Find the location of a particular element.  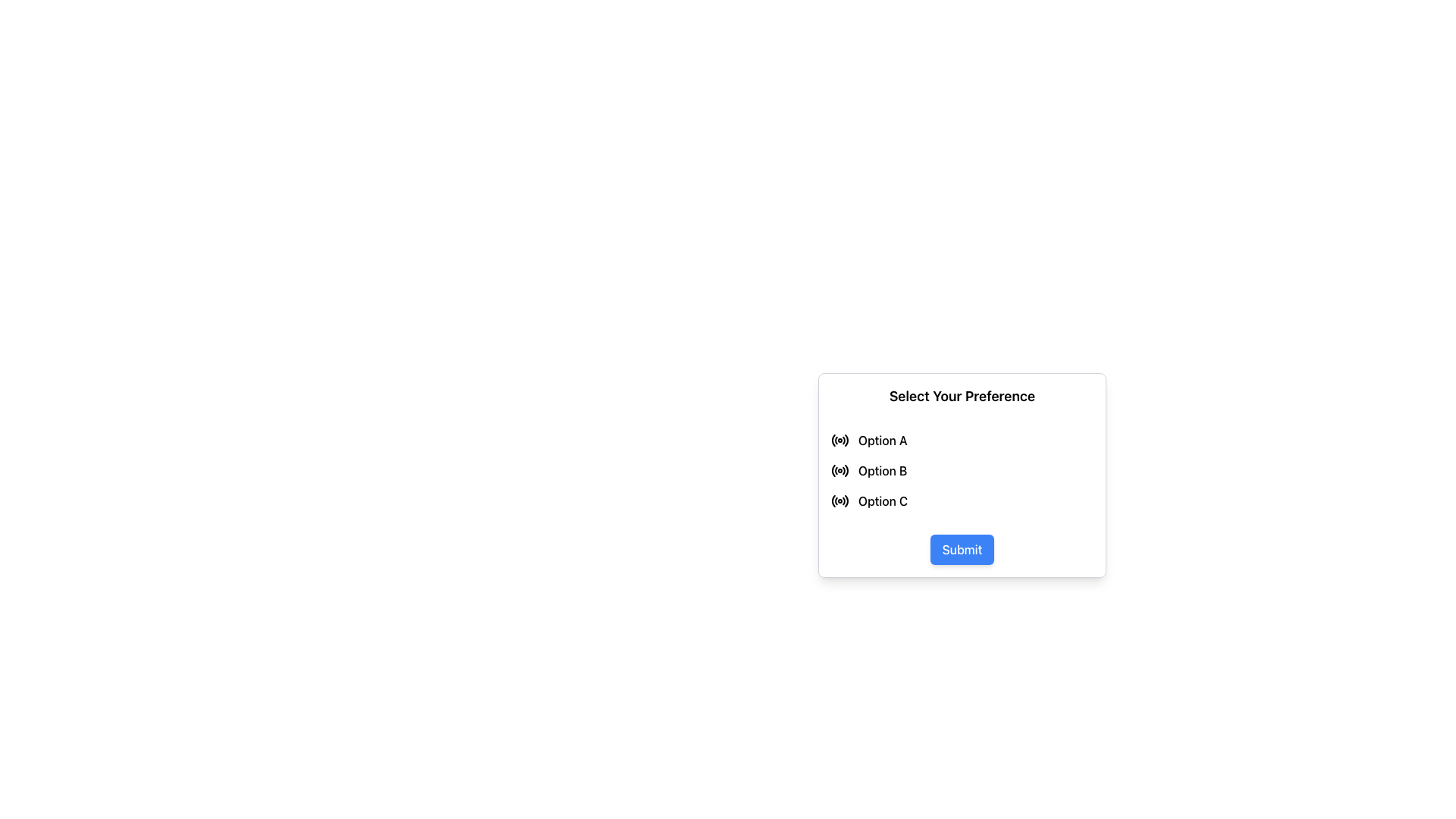

the text label for 'Option B', which is aligned to the right of the corresponding radio button in a vertical list of options is located at coordinates (883, 470).